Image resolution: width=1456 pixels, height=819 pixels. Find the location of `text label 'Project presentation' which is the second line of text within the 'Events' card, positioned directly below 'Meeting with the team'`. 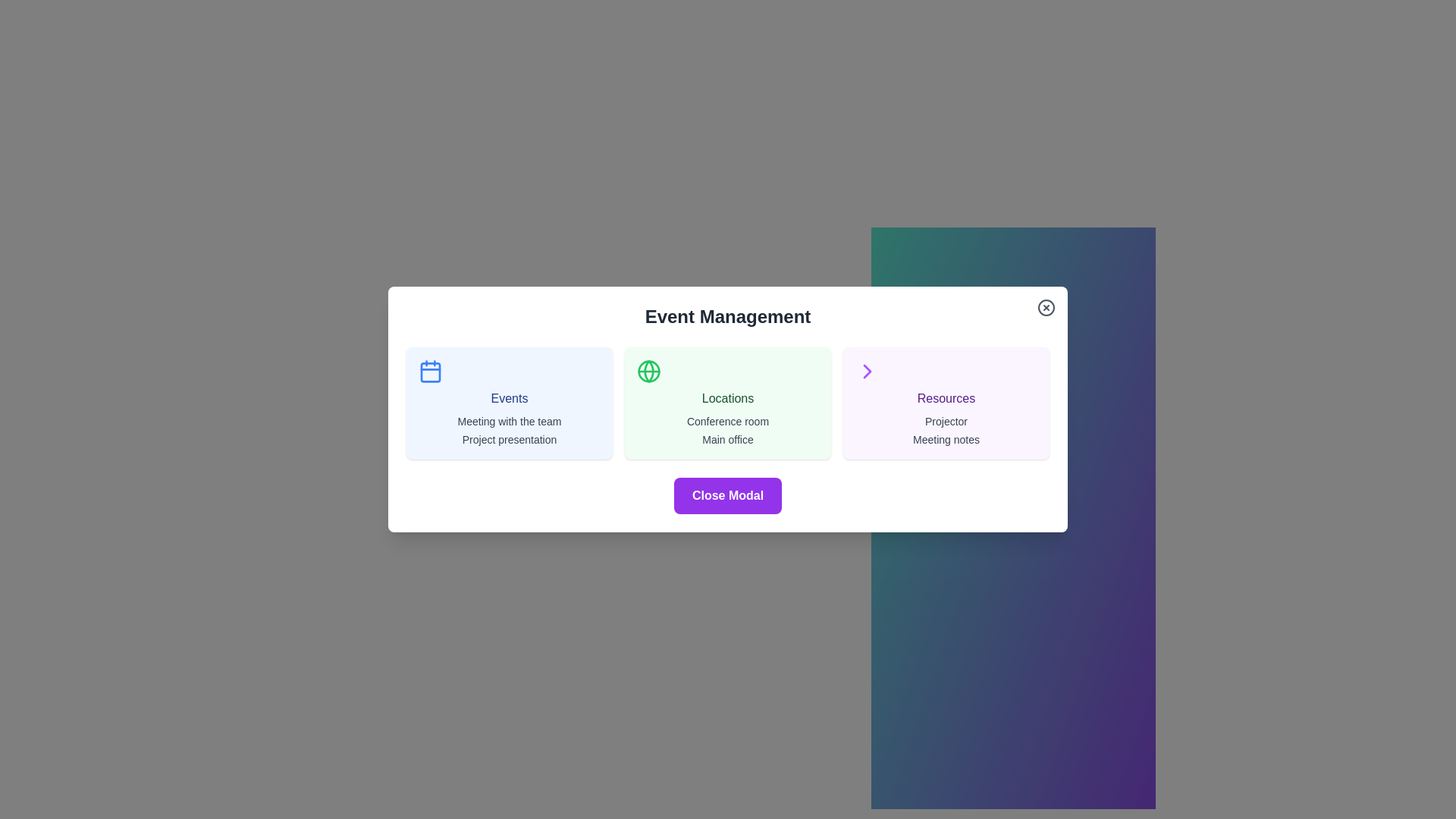

text label 'Project presentation' which is the second line of text within the 'Events' card, positioned directly below 'Meeting with the team' is located at coordinates (510, 439).